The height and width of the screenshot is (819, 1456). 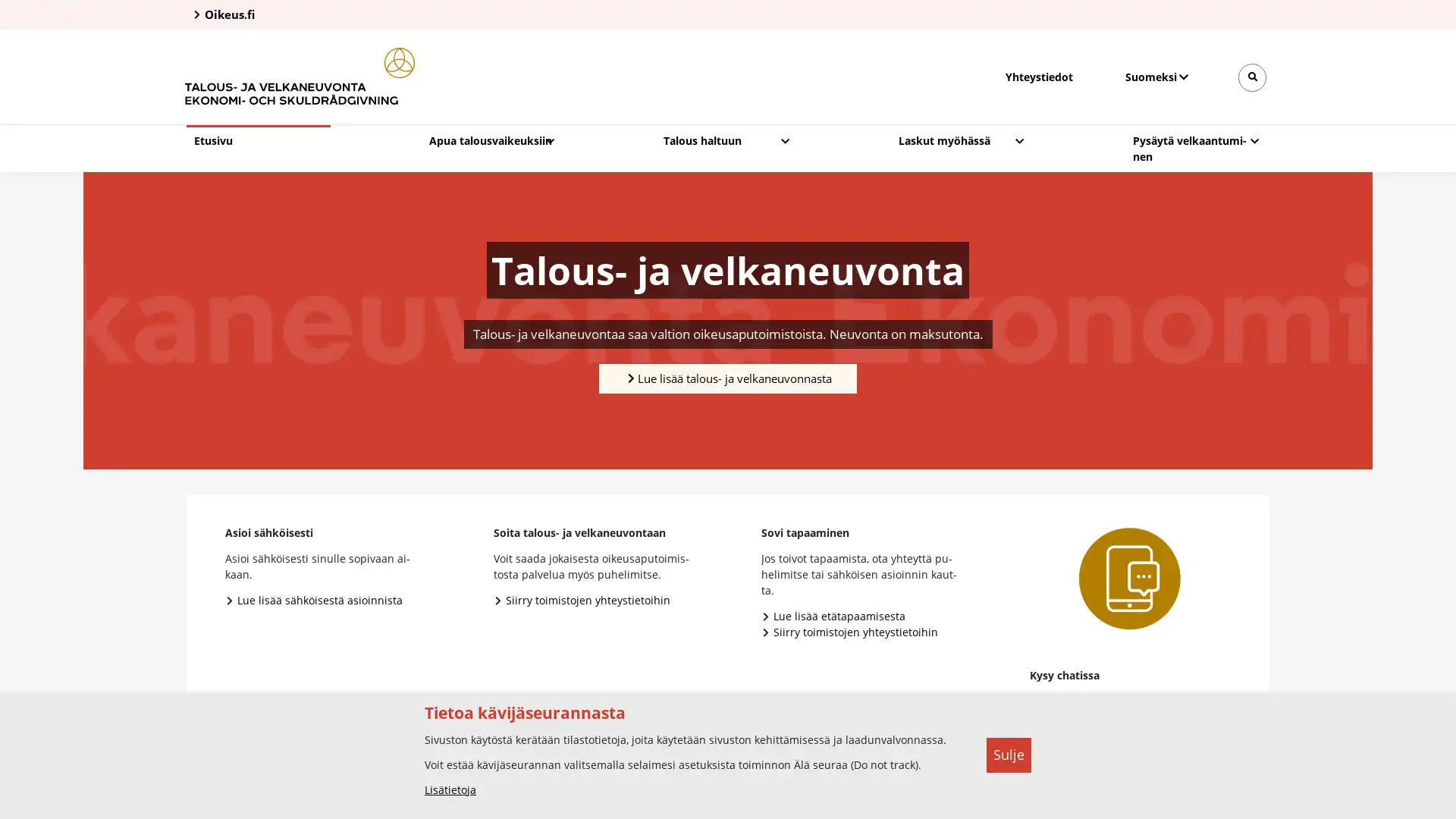 What do you see at coordinates (1254, 140) in the screenshot?
I see `Avaa pudotusvalikko` at bounding box center [1254, 140].